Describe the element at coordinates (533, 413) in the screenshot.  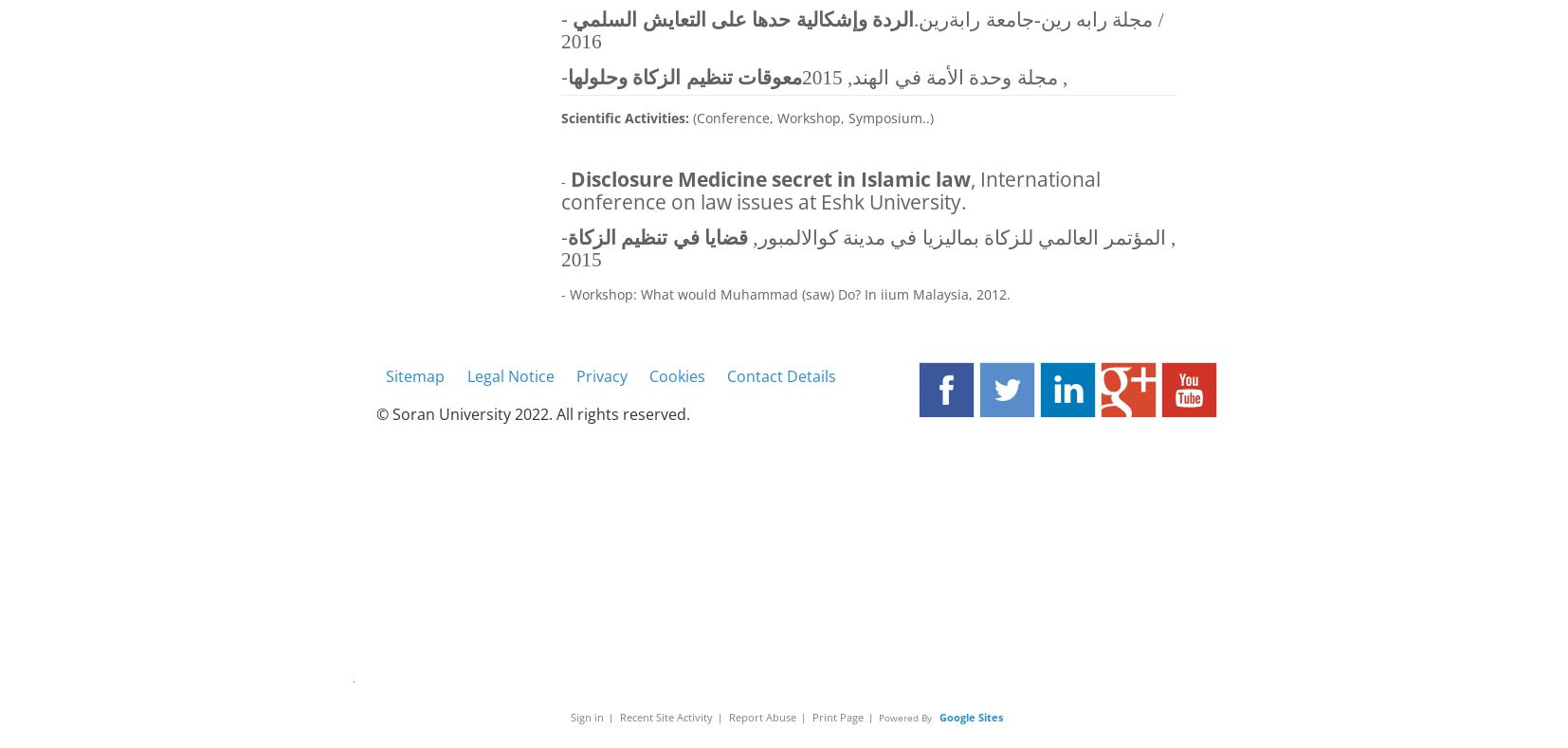
I see `'© Soran University 2022. All rights reserved.'` at that location.